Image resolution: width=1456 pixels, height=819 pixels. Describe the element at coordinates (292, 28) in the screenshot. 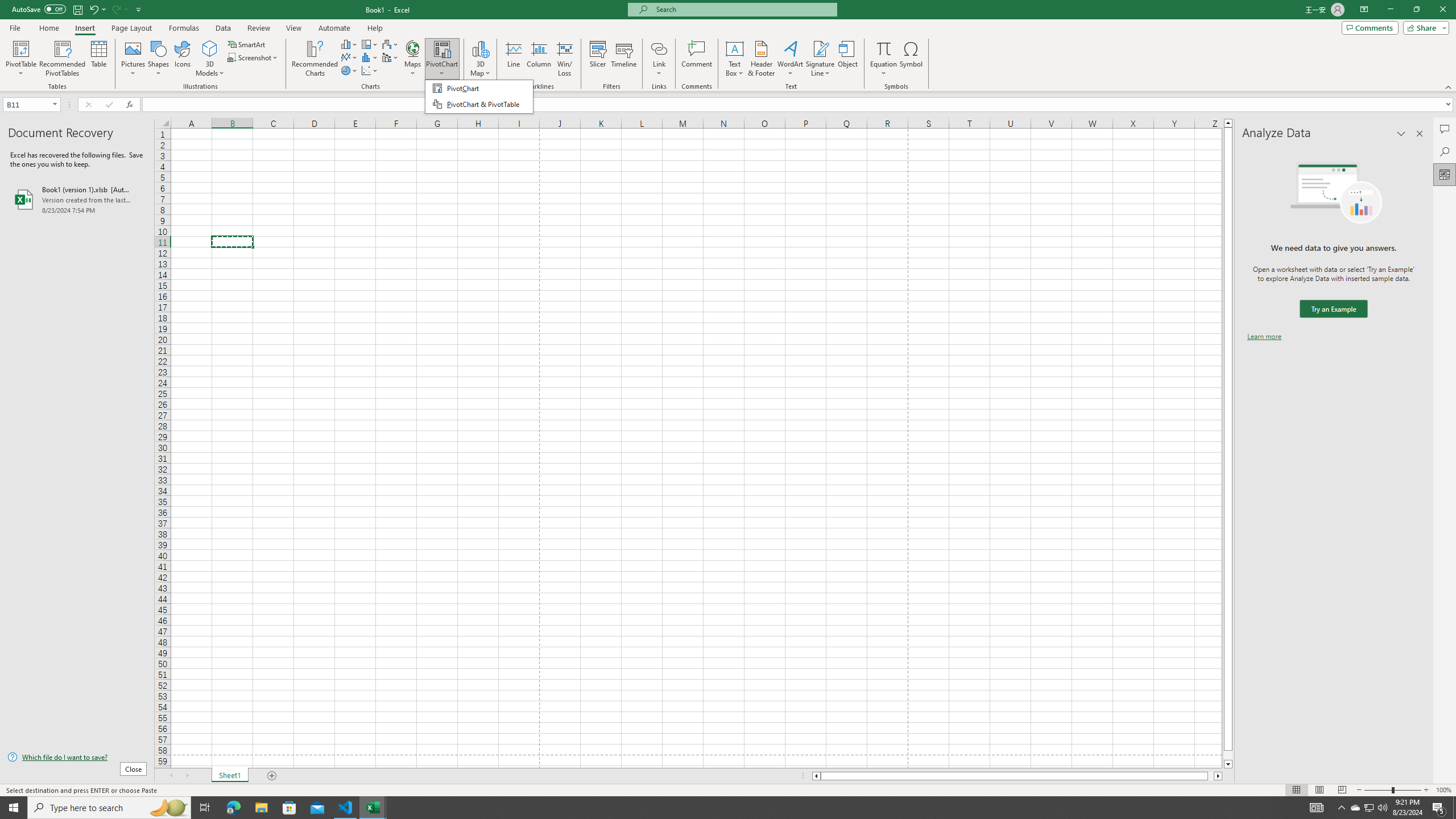

I see `'View'` at that location.